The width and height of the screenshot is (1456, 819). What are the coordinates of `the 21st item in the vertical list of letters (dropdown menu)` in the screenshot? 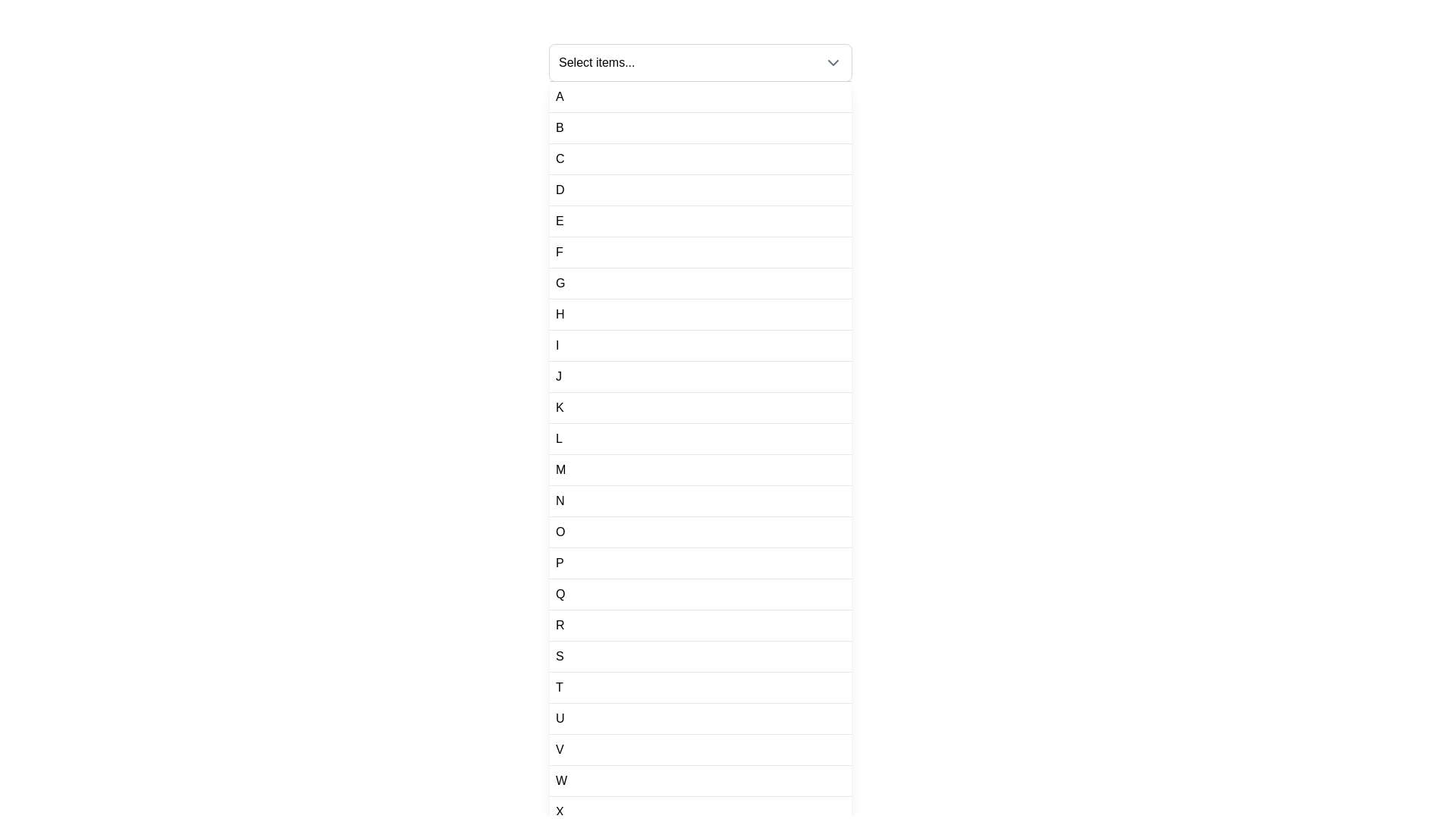 It's located at (700, 718).